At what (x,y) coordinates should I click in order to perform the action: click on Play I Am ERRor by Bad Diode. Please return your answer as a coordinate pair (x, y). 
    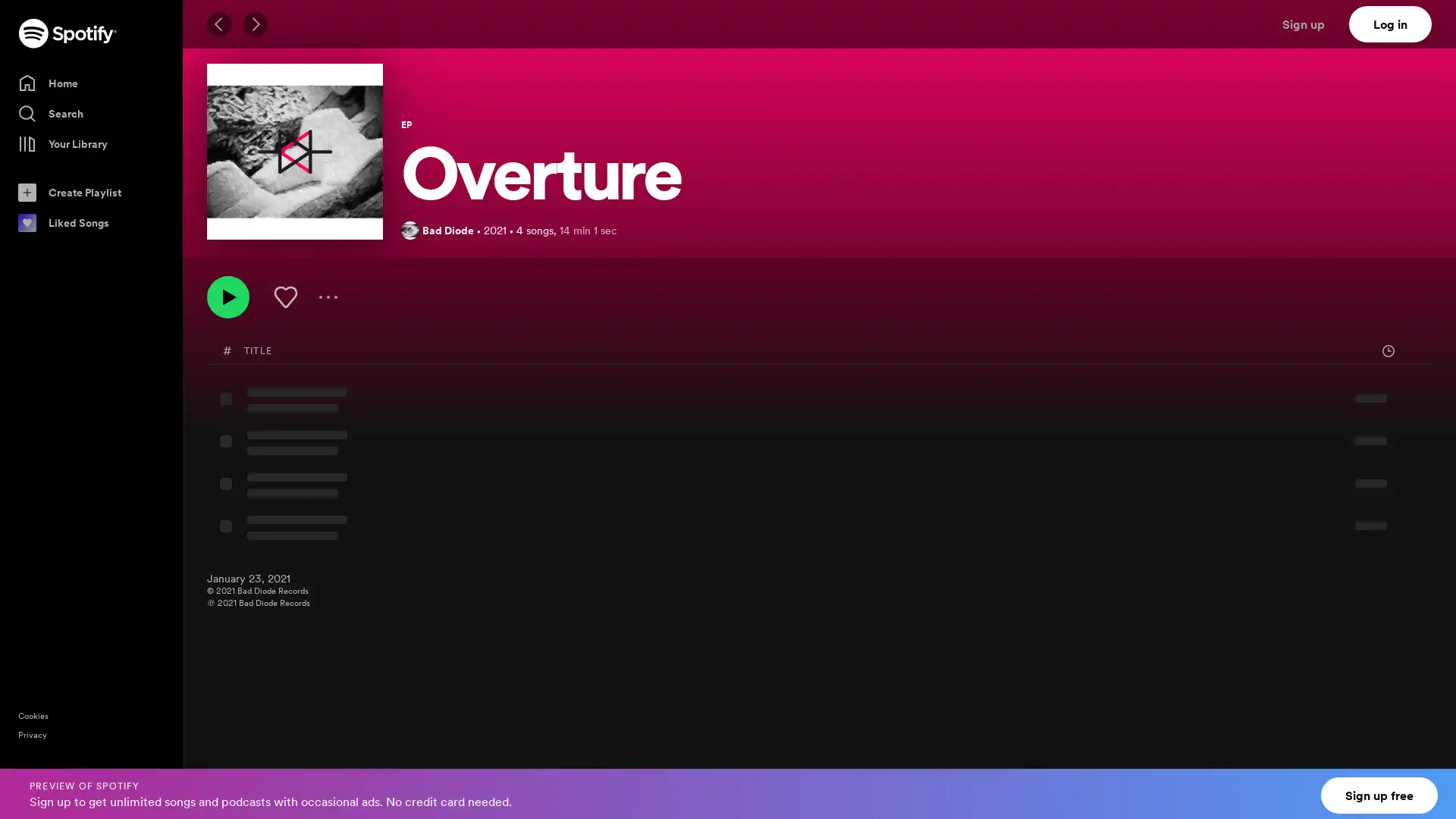
    Looking at the image, I should click on (225, 526).